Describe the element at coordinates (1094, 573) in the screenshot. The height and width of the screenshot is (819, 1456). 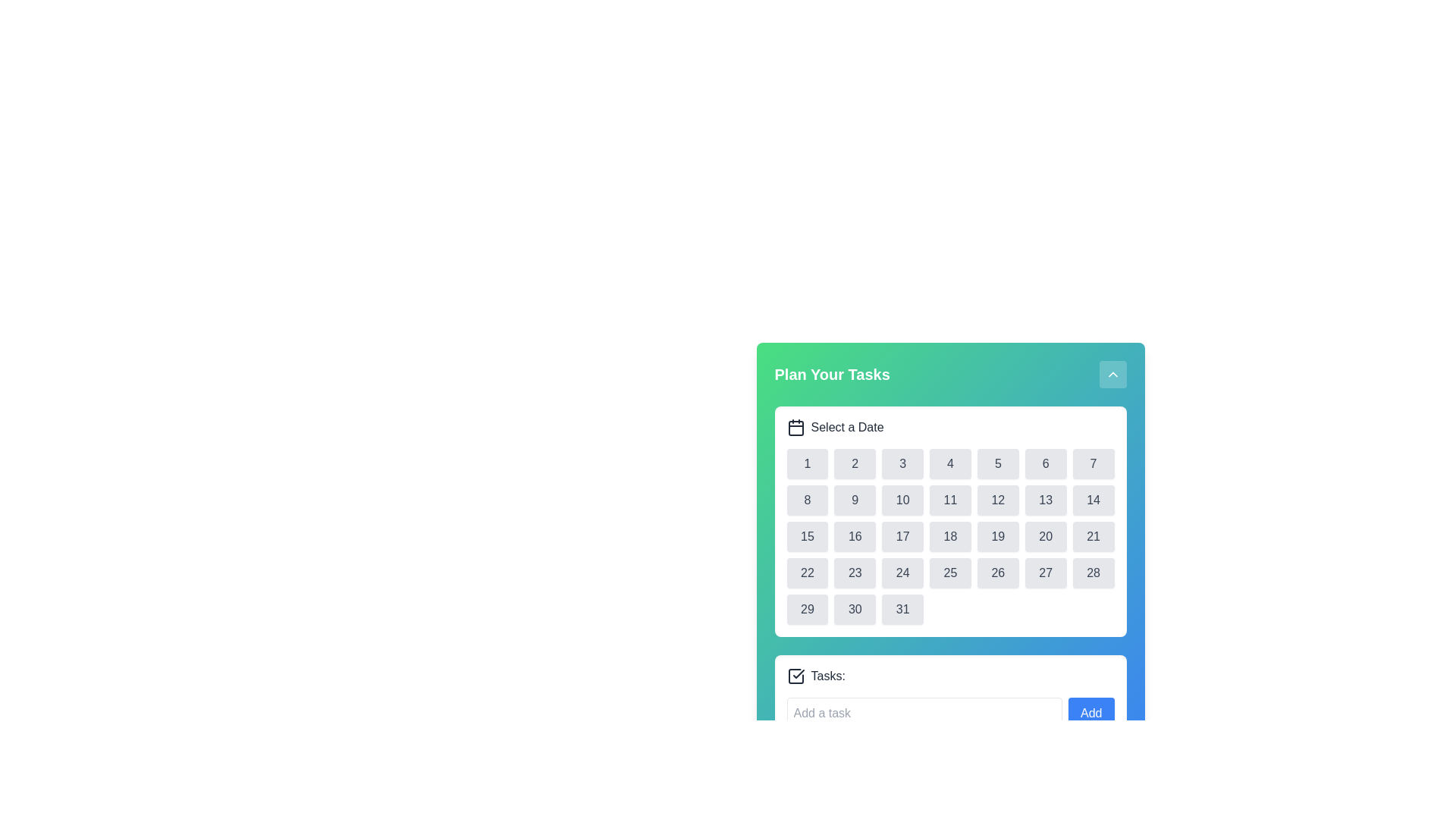
I see `the rounded rectangular button displaying the number '28' with a light gray background and dark gray text` at that location.